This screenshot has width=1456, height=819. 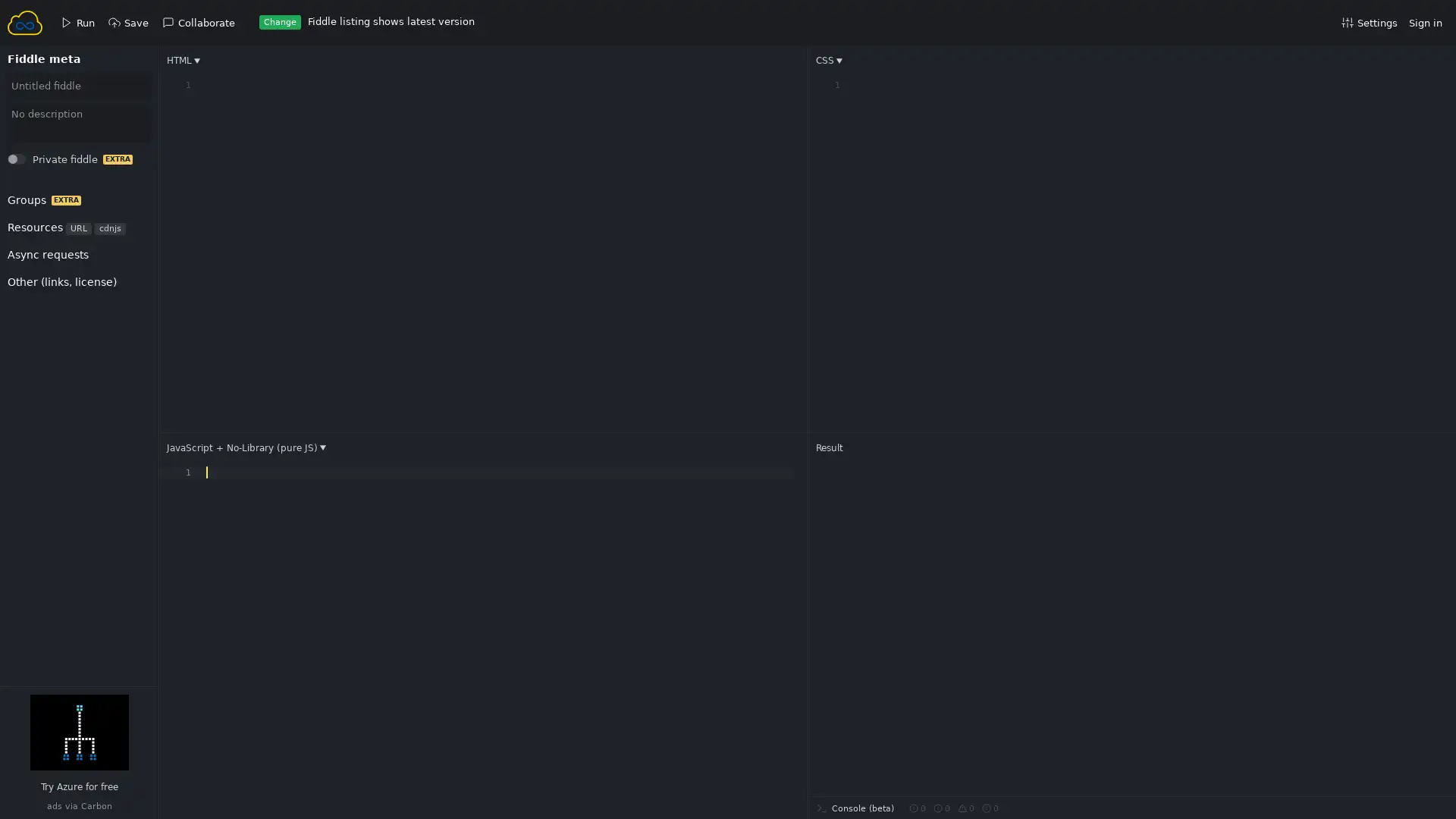 I want to click on Fork, so click(x=31, y=163).